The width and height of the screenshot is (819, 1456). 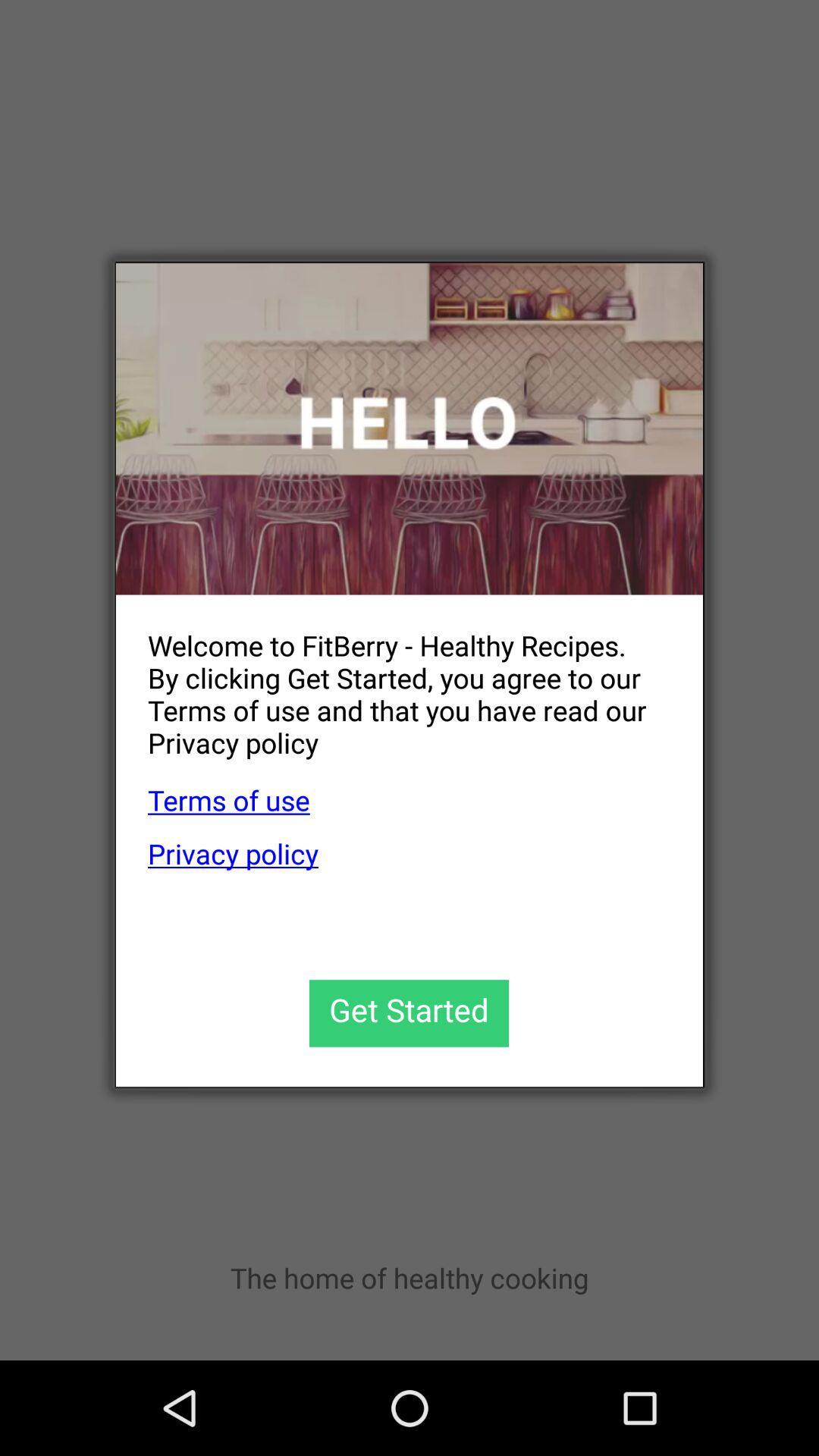 I want to click on item below the privacy policy item, so click(x=408, y=1013).